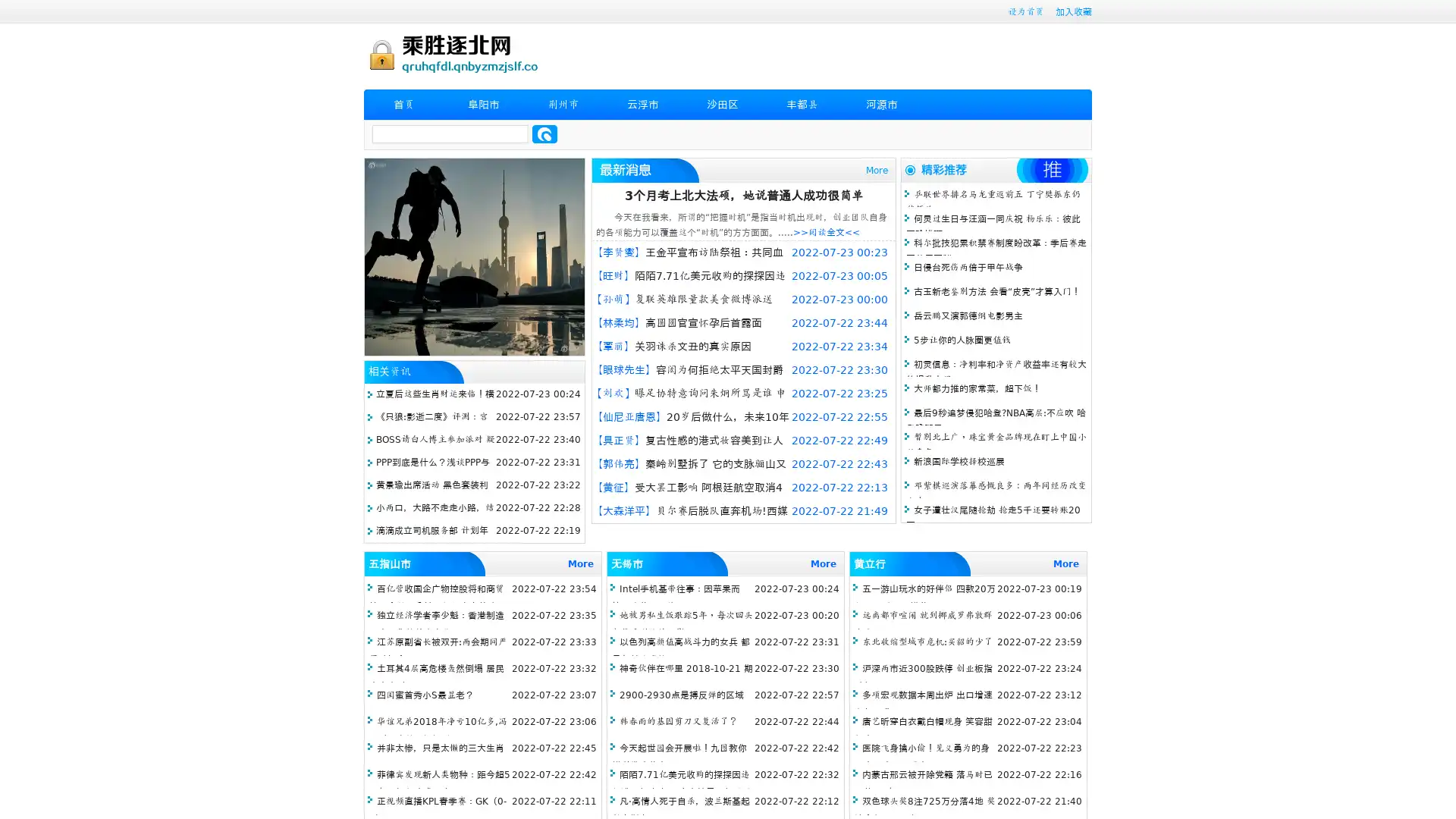  Describe the element at coordinates (544, 133) in the screenshot. I see `Search` at that location.